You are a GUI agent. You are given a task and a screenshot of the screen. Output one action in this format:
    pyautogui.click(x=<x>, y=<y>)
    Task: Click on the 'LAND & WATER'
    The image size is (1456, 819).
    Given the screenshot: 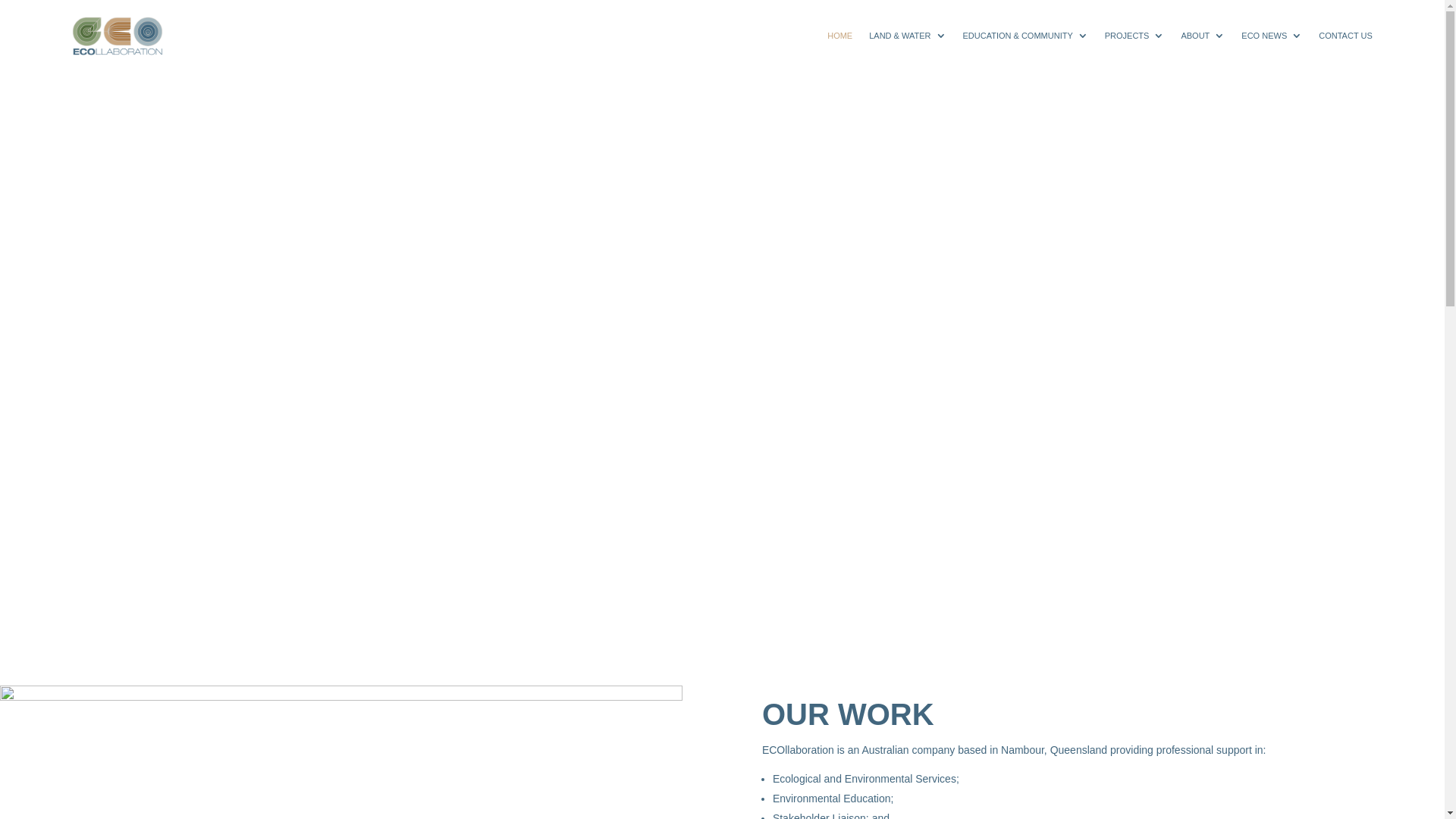 What is the action you would take?
    pyautogui.click(x=907, y=35)
    